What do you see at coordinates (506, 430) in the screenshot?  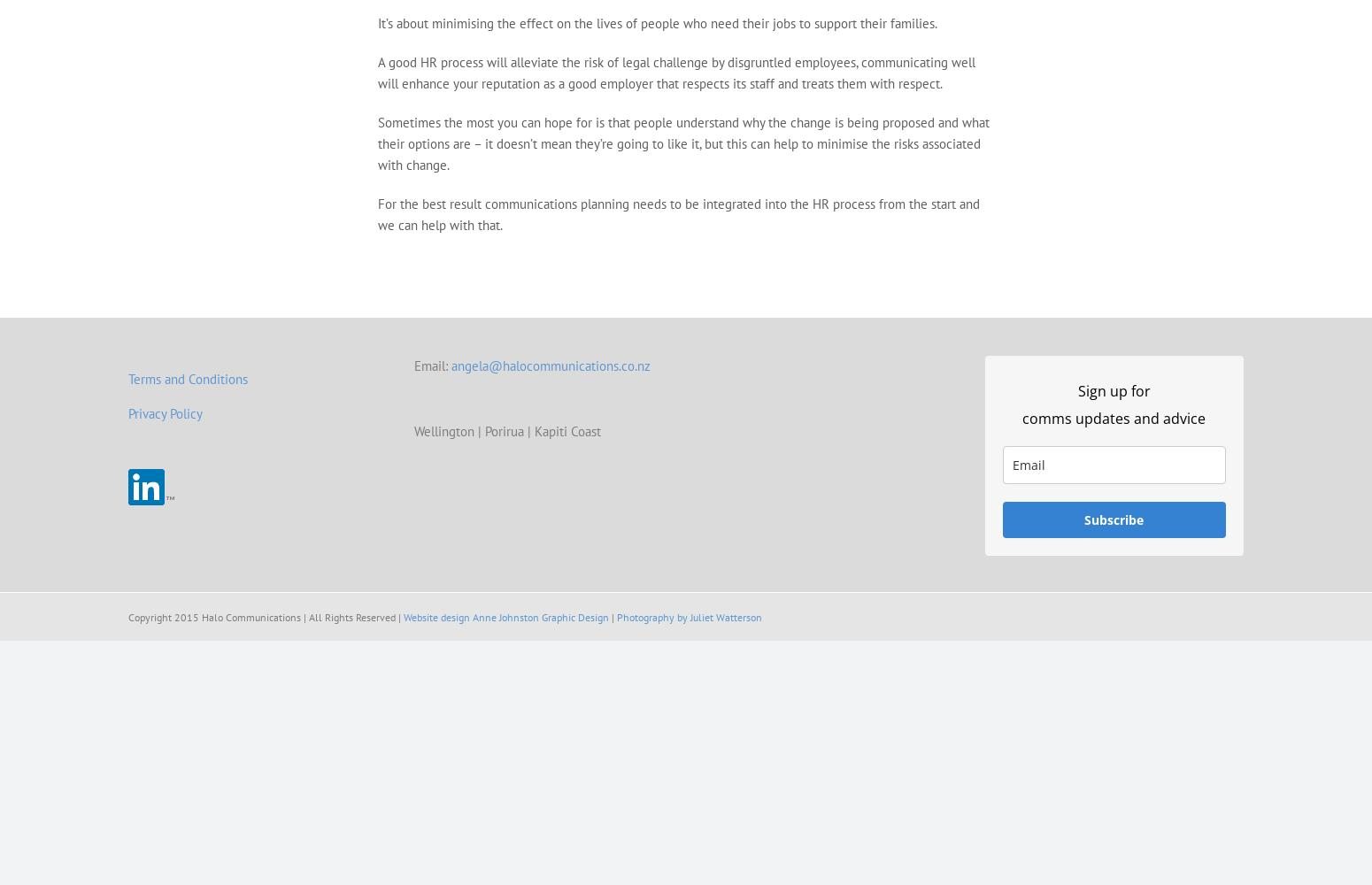 I see `'Wellington | Porirua | Kapiti Coast'` at bounding box center [506, 430].